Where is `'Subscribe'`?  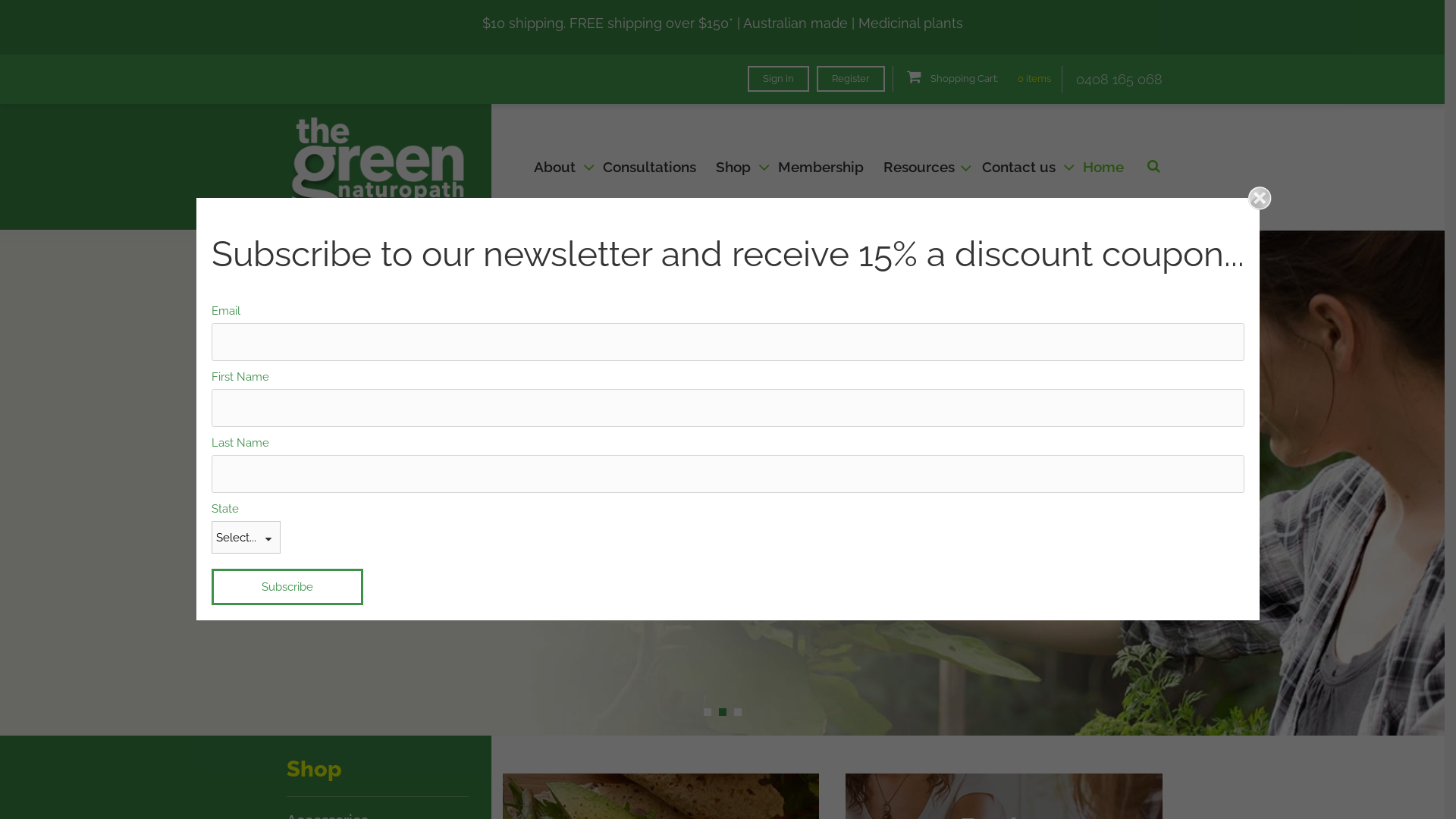 'Subscribe' is located at coordinates (210, 586).